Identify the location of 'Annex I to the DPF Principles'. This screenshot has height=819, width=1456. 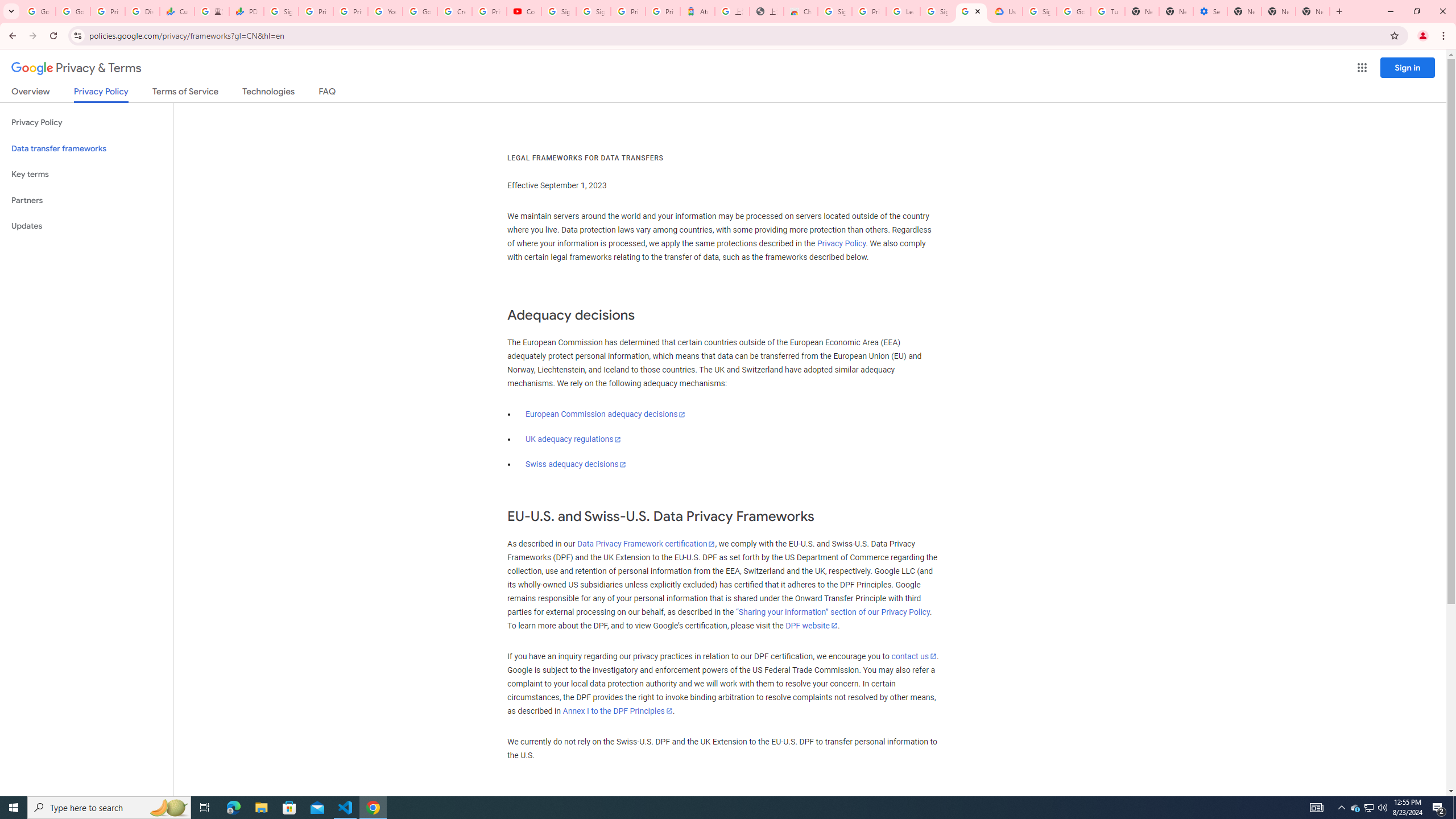
(617, 710).